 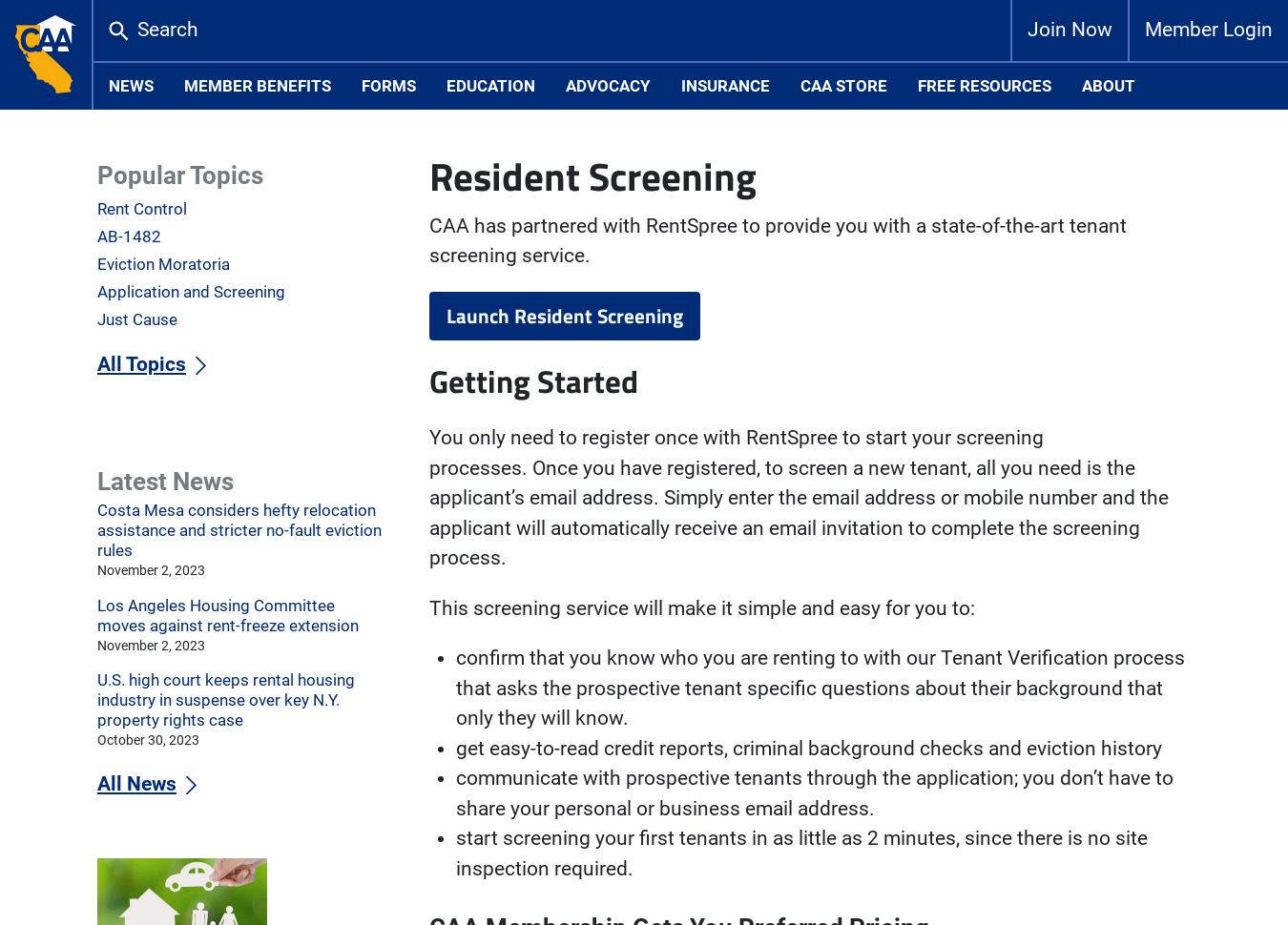 I want to click on 'Add: Eviction History: +$6.00', so click(x=428, y=209).